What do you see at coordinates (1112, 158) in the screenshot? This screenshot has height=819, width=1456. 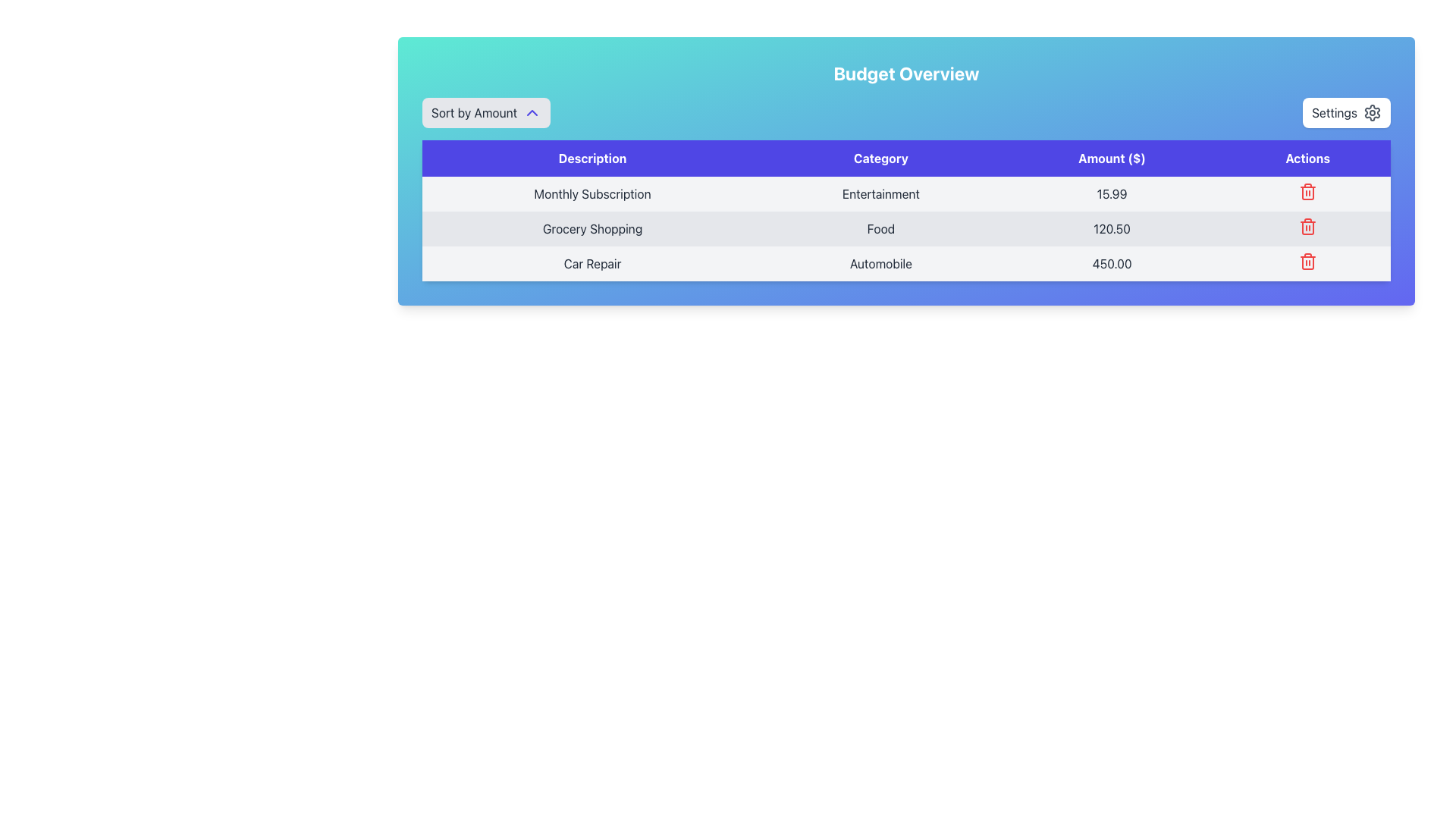 I see `text of the label for the 'Amount ($)' column in the header row of the table located below the 'Budget Overview' title` at bounding box center [1112, 158].